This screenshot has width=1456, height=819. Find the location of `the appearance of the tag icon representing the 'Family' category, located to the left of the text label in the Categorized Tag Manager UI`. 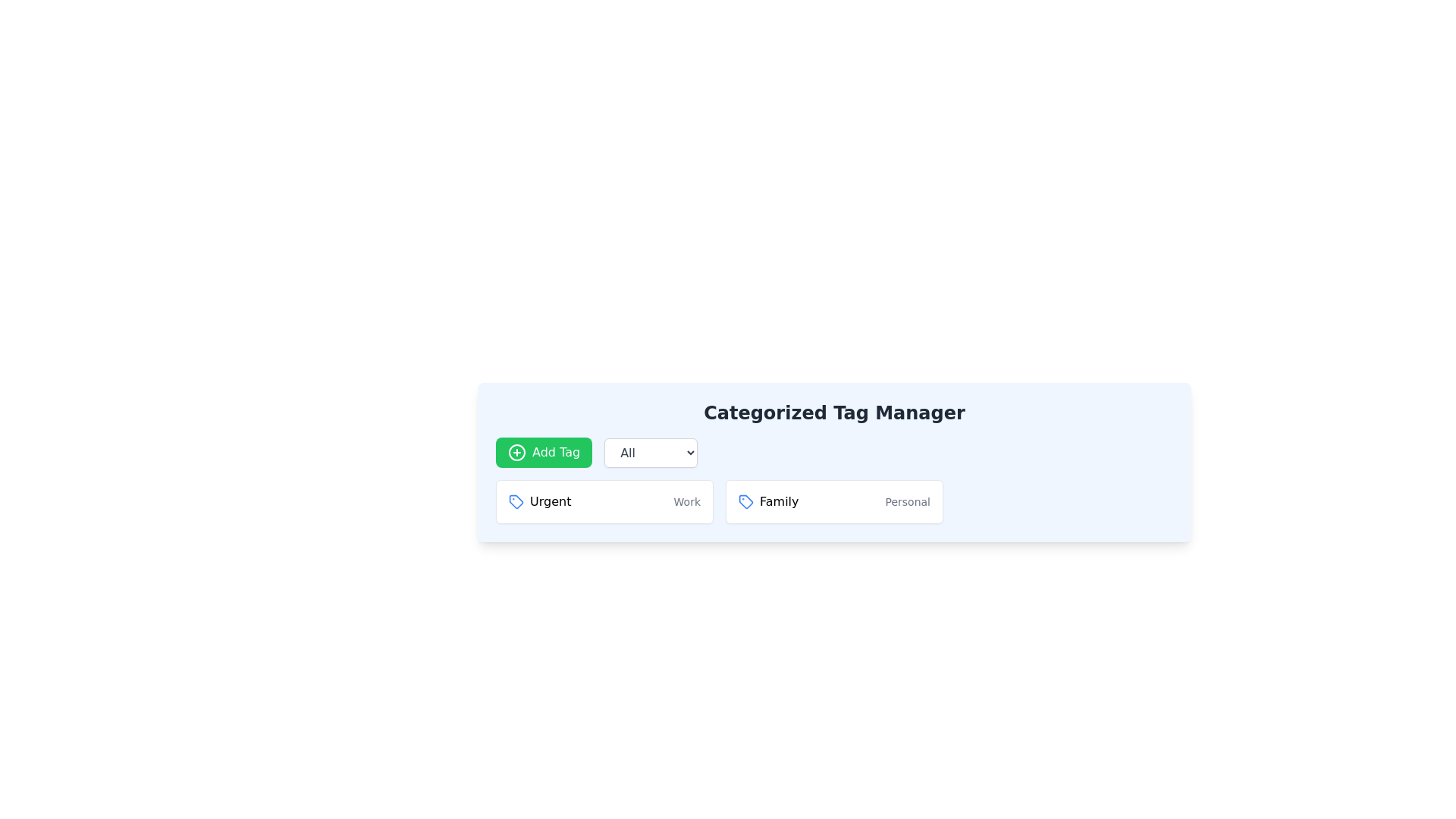

the appearance of the tag icon representing the 'Family' category, located to the left of the text label in the Categorized Tag Manager UI is located at coordinates (745, 502).